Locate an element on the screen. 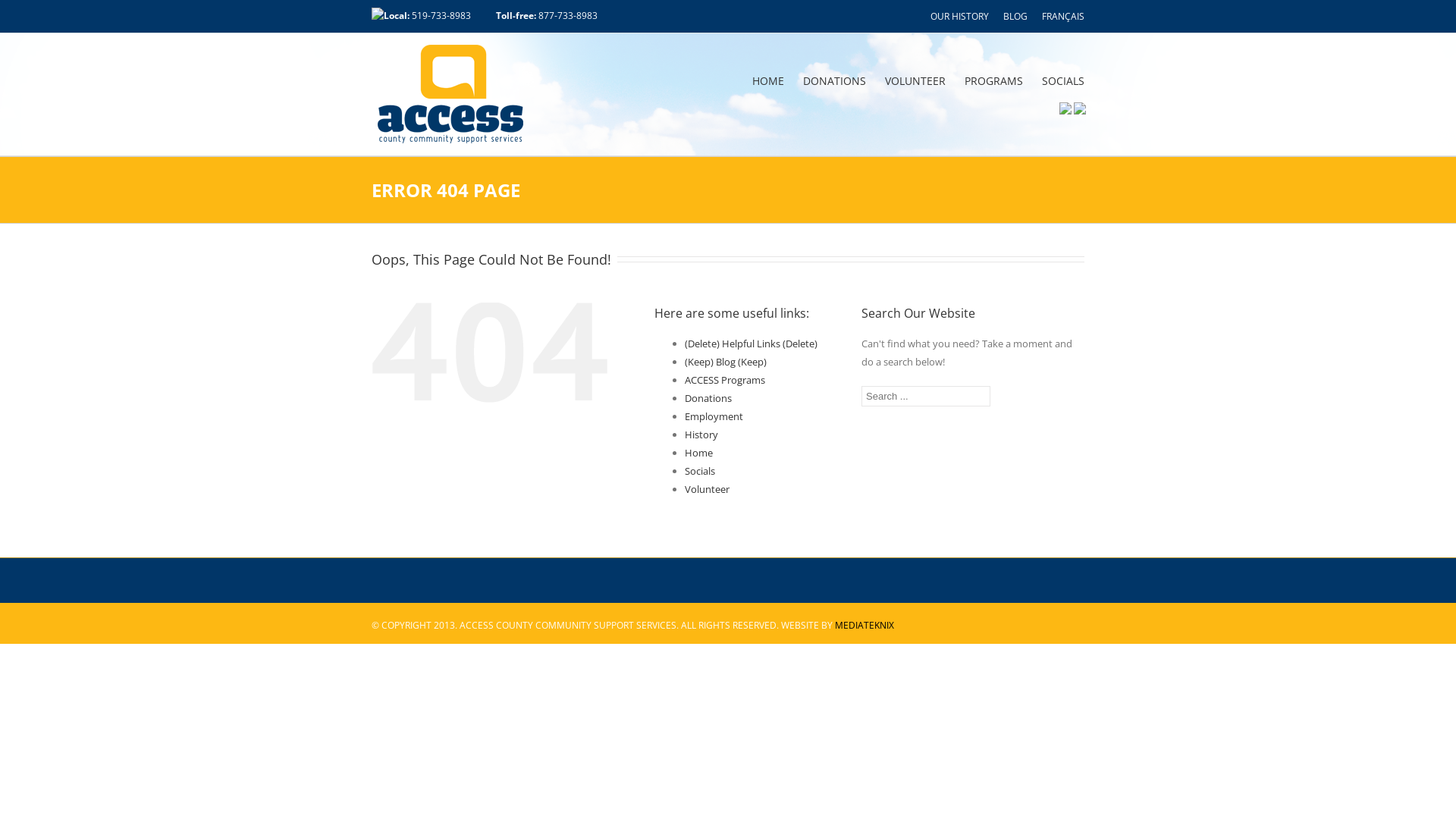 The image size is (1456, 819). 'BLOG' is located at coordinates (1015, 16).